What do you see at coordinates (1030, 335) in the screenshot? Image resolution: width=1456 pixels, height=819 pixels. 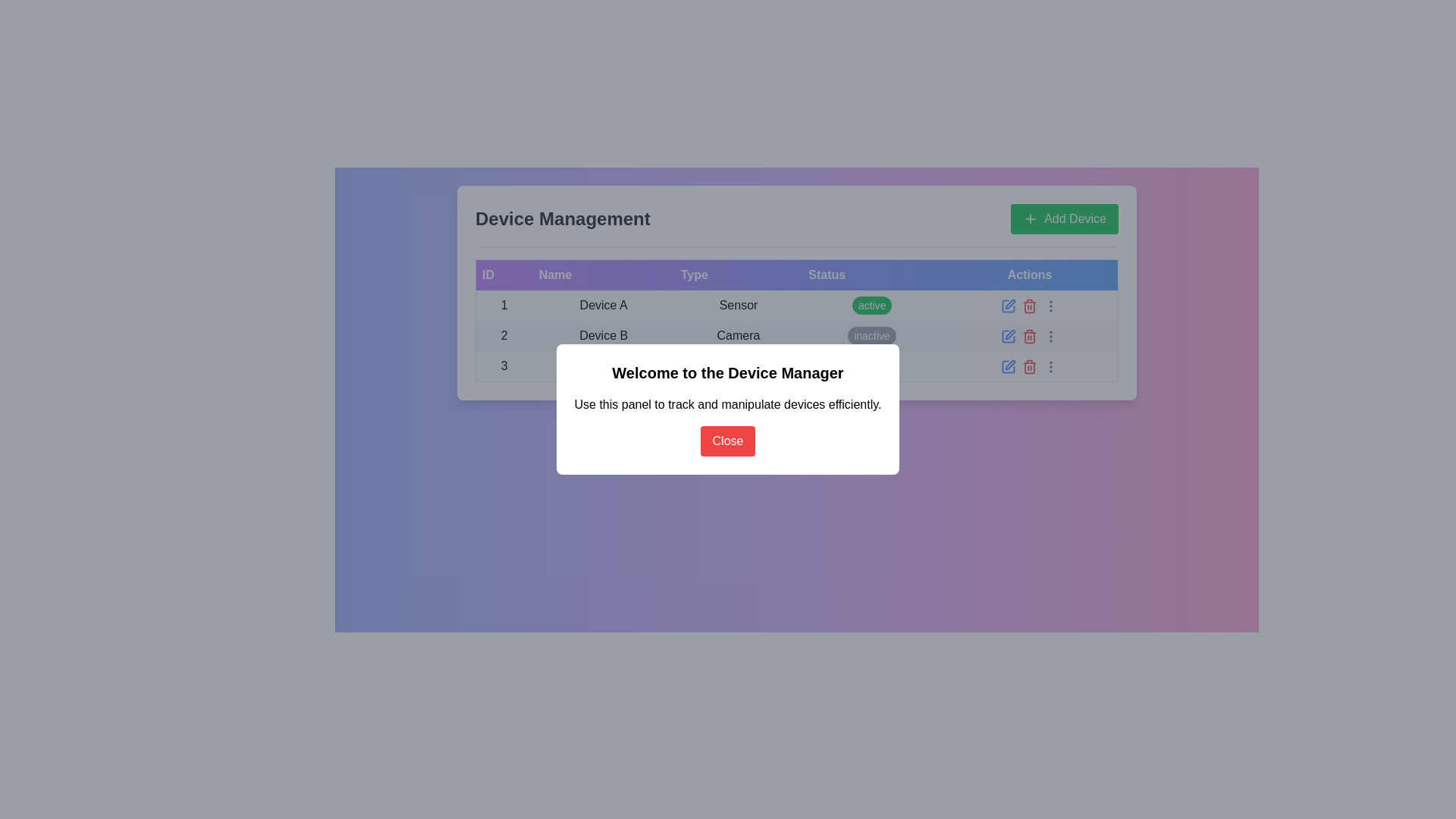 I see `the delete button located in the 'Actions' column of the second row in the device table` at bounding box center [1030, 335].